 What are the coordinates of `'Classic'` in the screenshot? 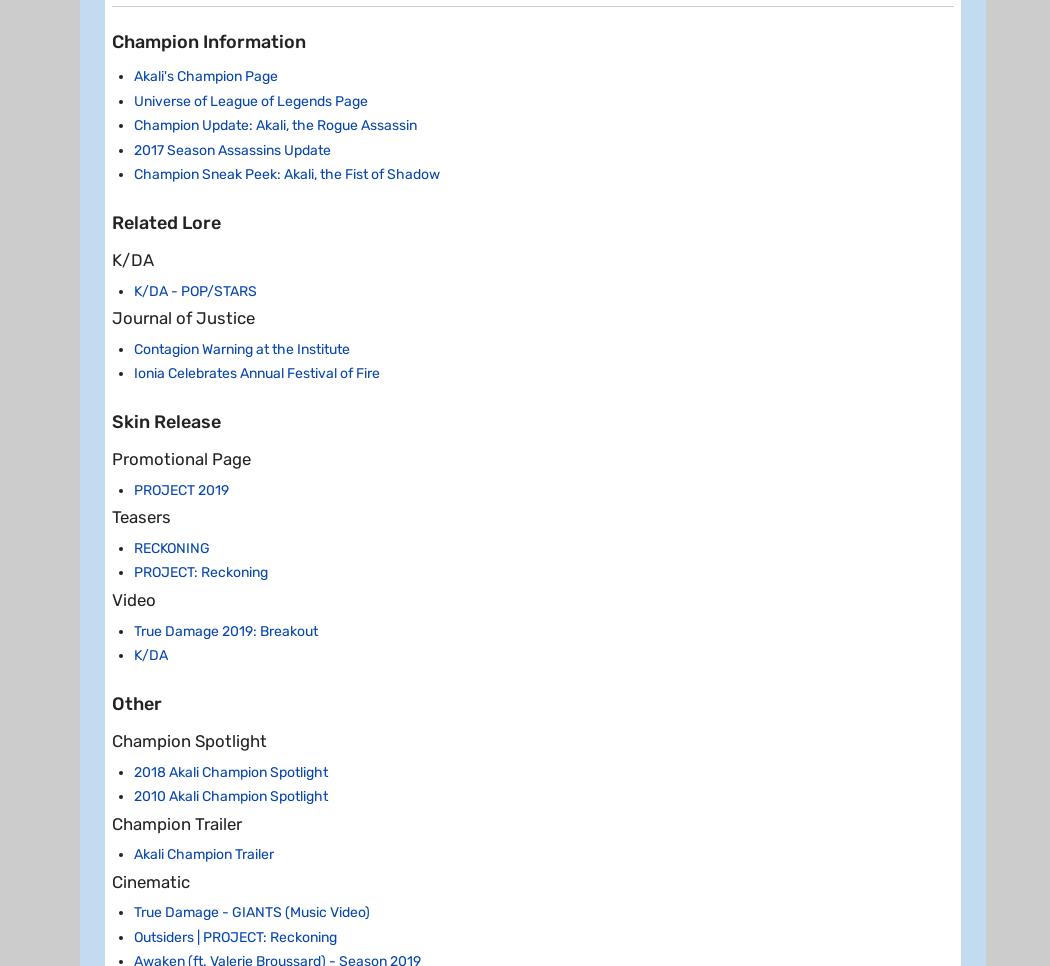 It's located at (518, 723).